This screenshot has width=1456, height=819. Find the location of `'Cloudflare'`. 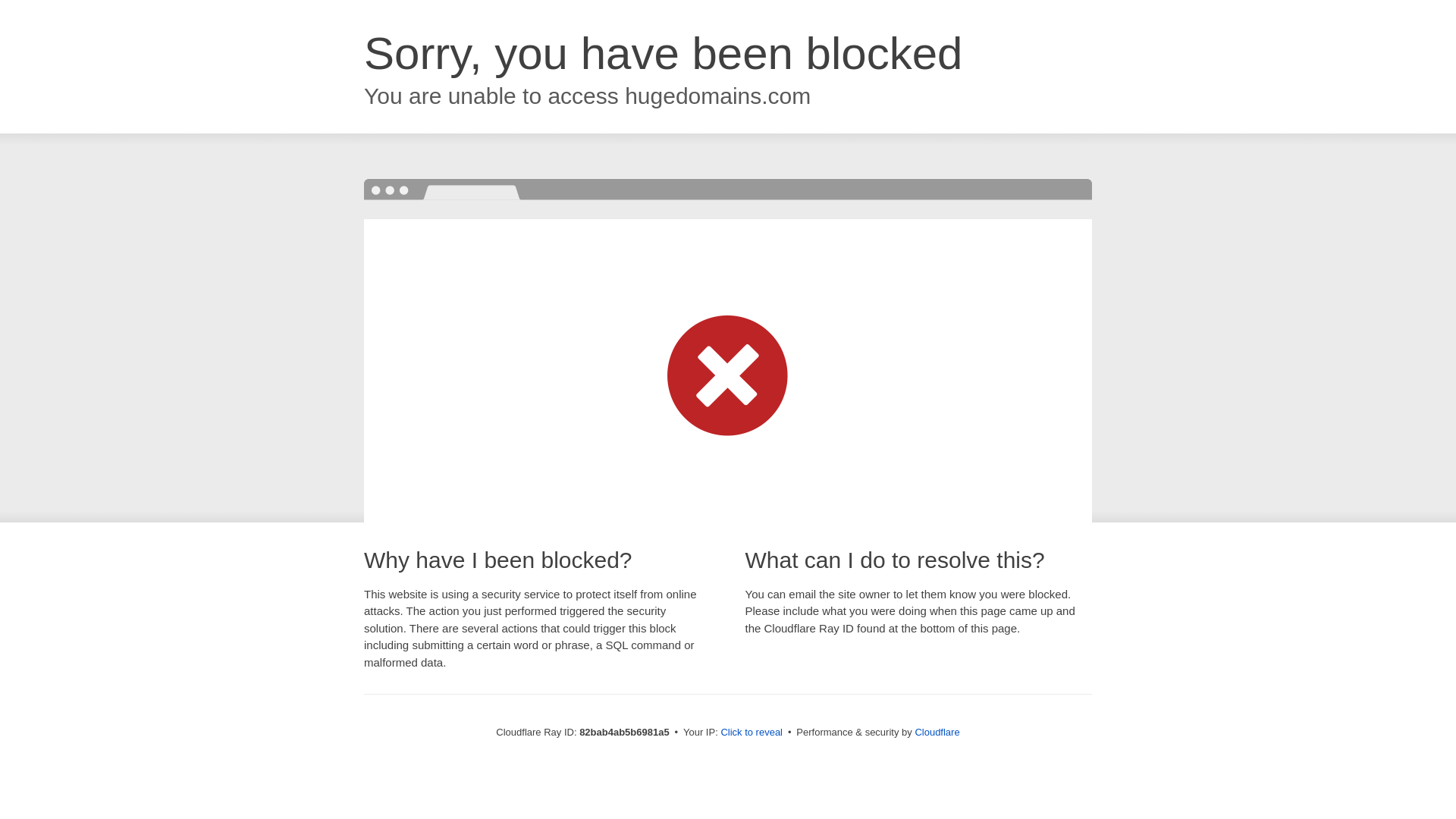

'Cloudflare' is located at coordinates (913, 731).